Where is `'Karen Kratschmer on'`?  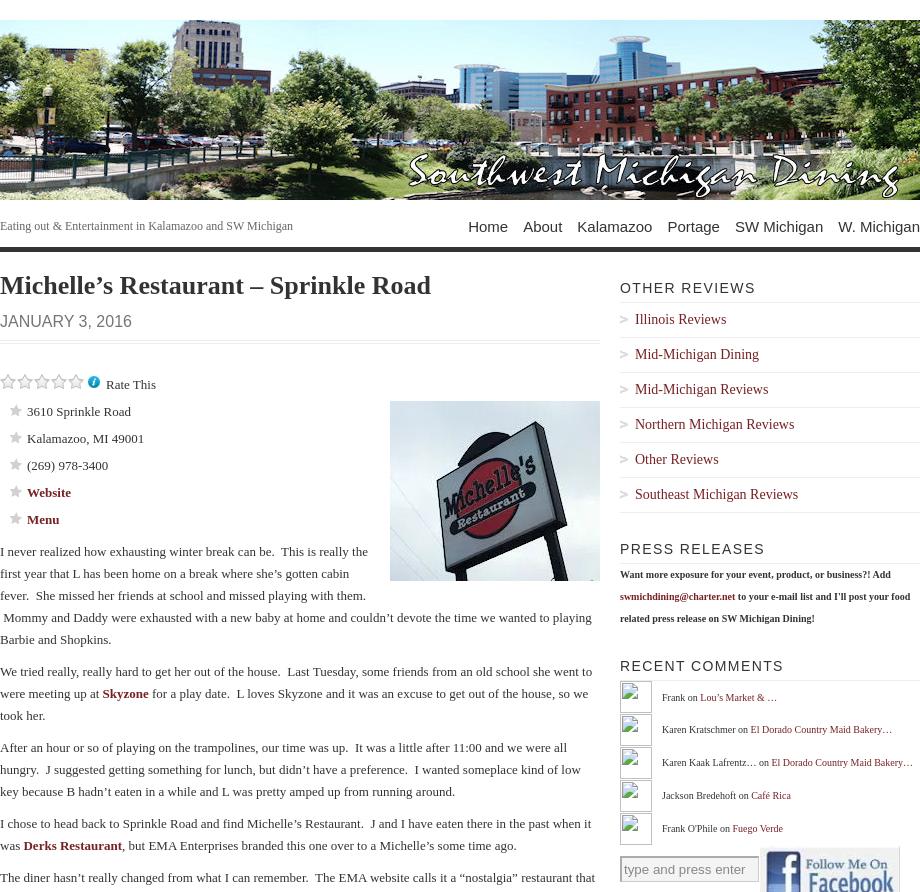
'Karen Kratschmer on' is located at coordinates (706, 728).